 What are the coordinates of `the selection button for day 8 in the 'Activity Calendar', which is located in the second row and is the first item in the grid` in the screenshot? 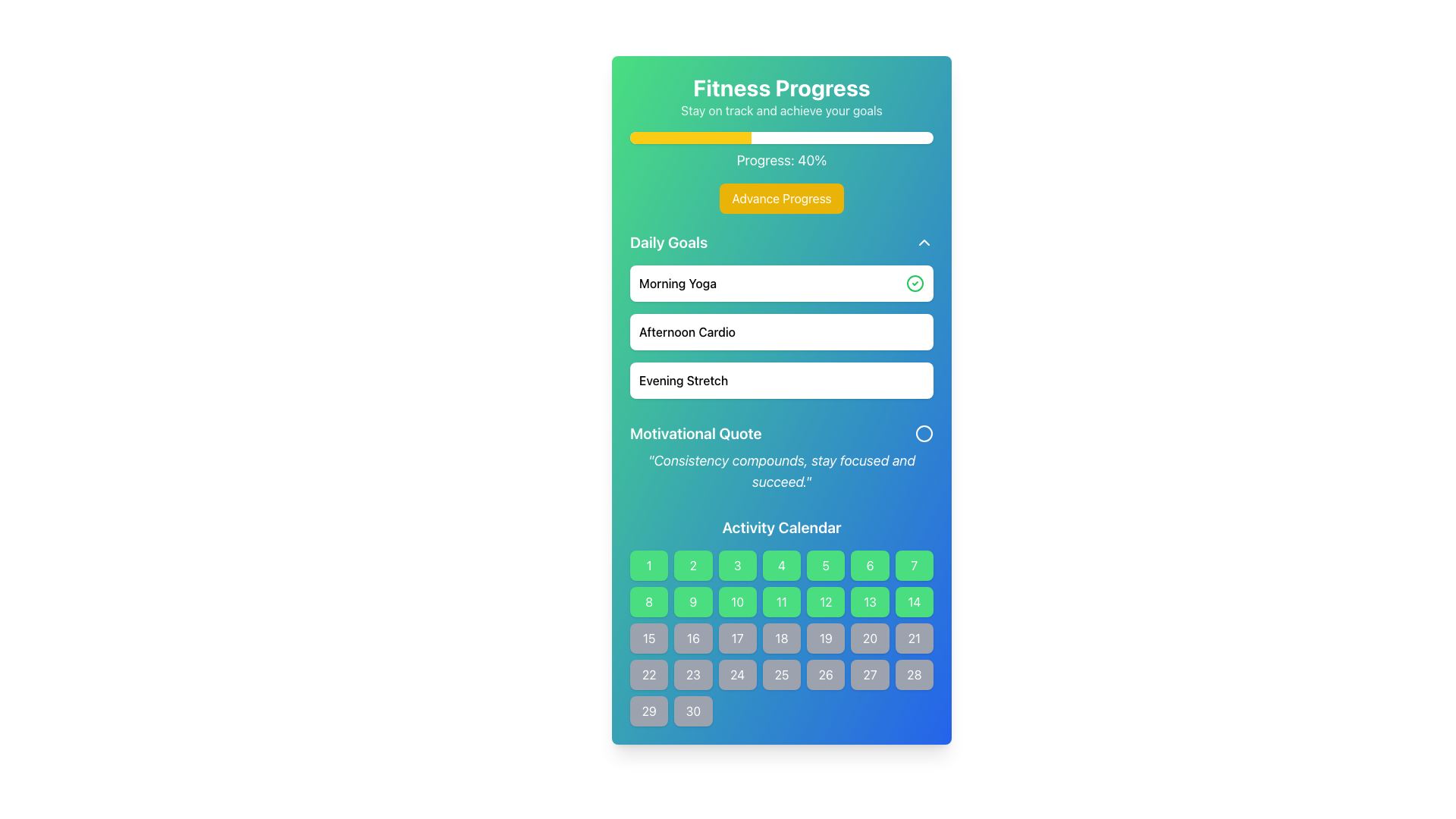 It's located at (649, 601).